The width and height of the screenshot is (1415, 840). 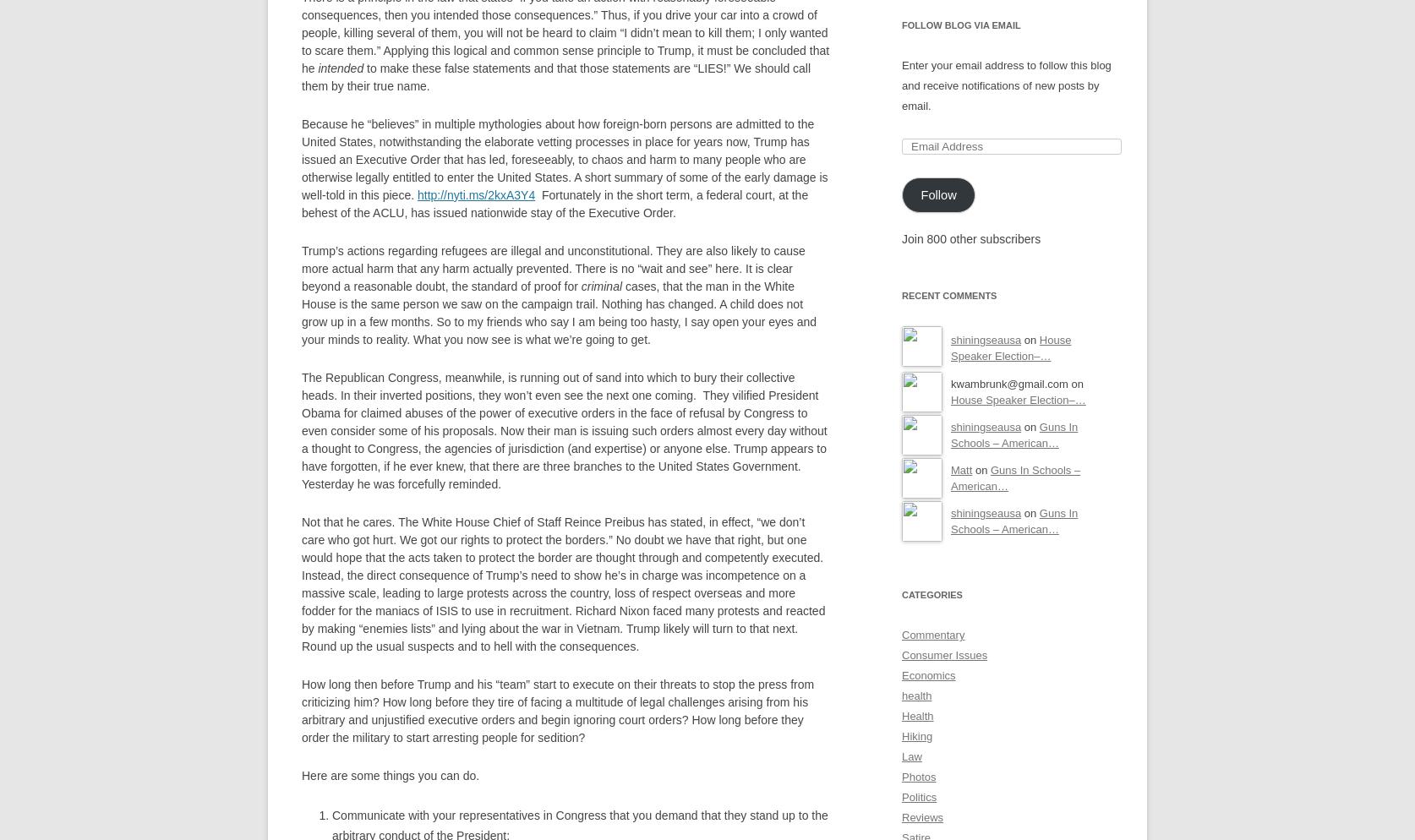 What do you see at coordinates (1006, 85) in the screenshot?
I see `'Enter your email address to follow this blog and receive notifications of new posts by email.'` at bounding box center [1006, 85].